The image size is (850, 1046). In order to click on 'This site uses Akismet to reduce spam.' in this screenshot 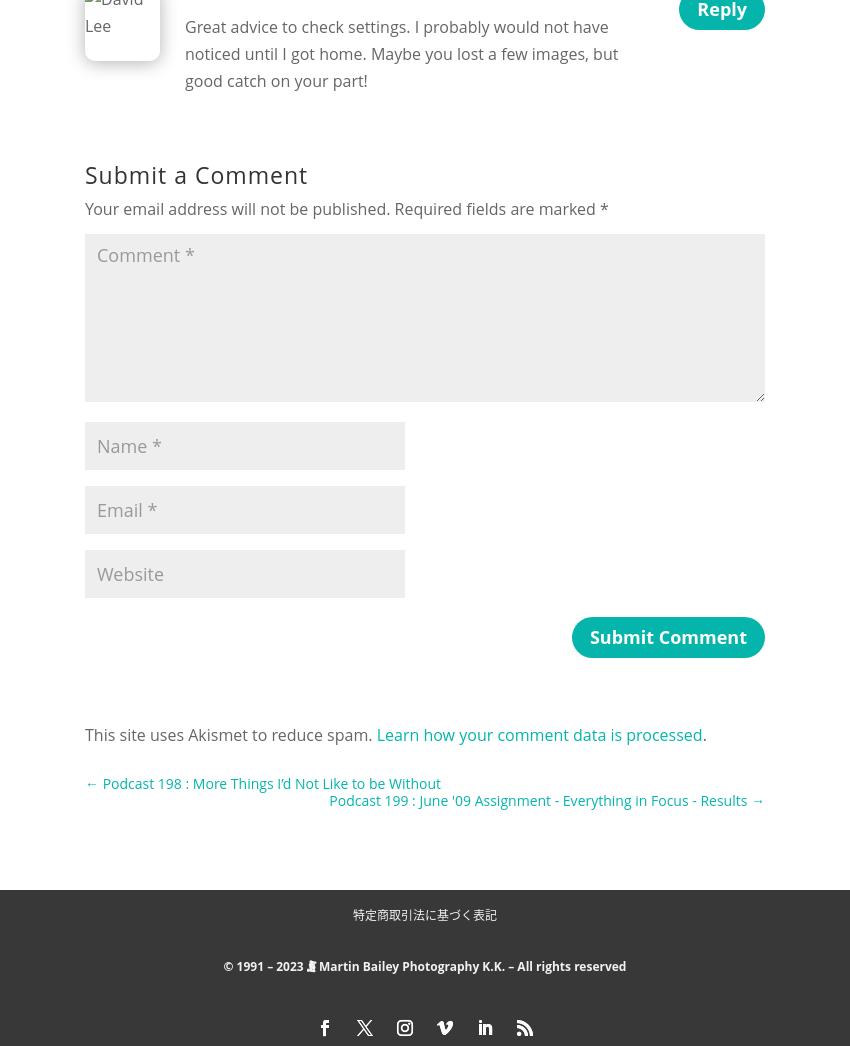, I will do `click(230, 734)`.